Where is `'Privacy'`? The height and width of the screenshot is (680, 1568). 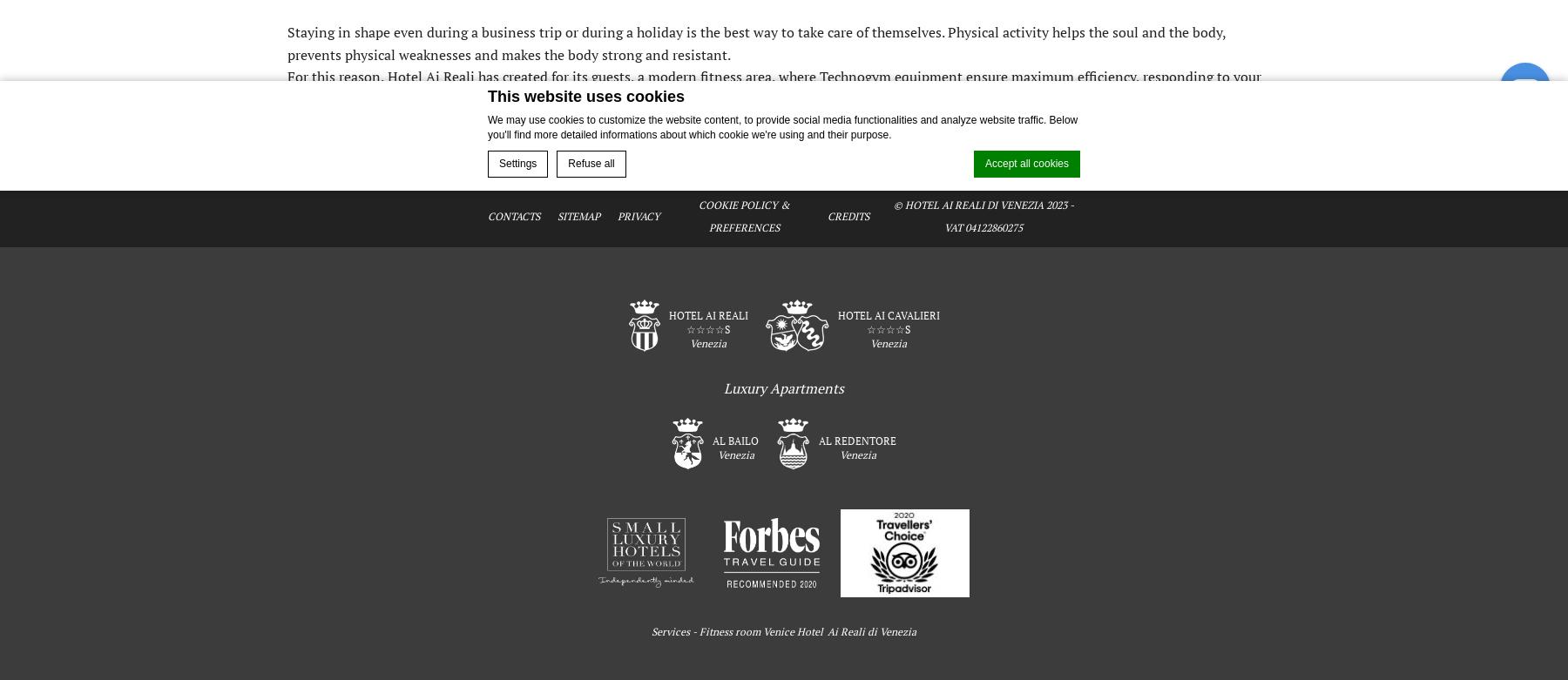 'Privacy' is located at coordinates (617, 215).